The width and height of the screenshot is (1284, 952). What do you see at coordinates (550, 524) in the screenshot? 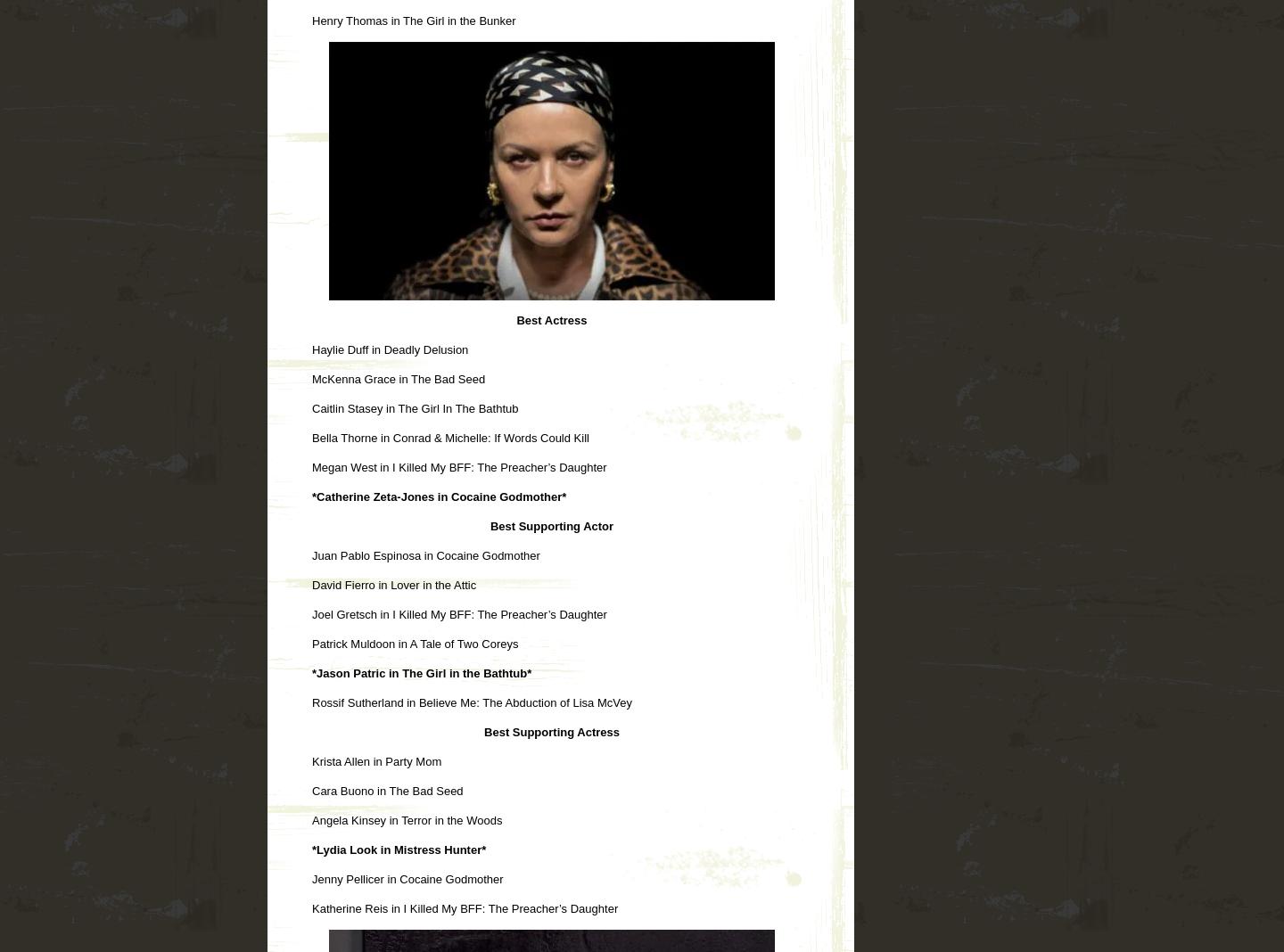
I see `'Best Supporting Actor'` at bounding box center [550, 524].